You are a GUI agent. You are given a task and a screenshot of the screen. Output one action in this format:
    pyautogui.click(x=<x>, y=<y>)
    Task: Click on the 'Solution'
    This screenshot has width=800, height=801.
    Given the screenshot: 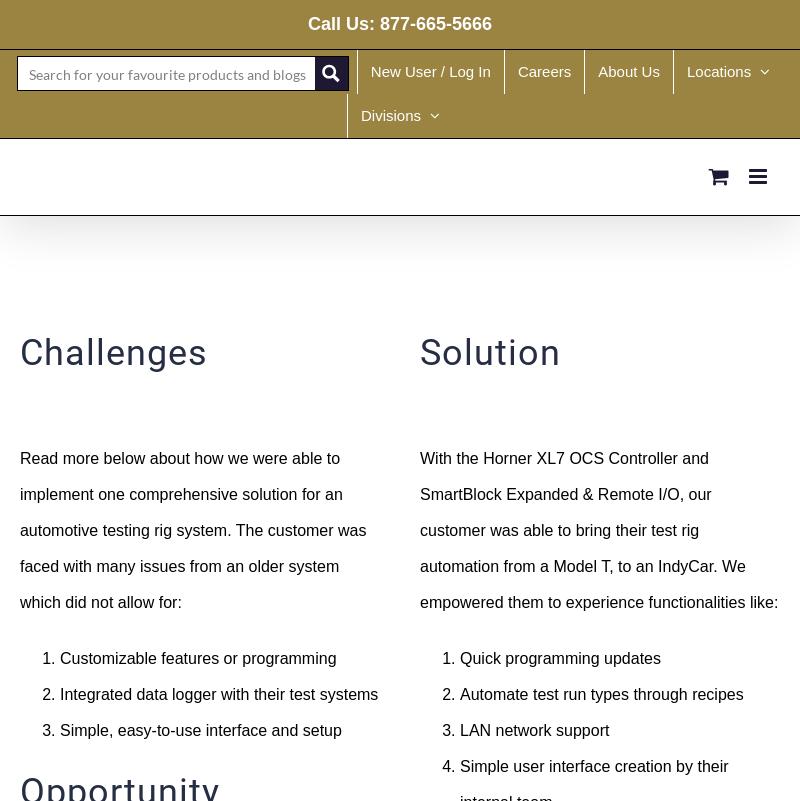 What is the action you would take?
    pyautogui.click(x=420, y=351)
    